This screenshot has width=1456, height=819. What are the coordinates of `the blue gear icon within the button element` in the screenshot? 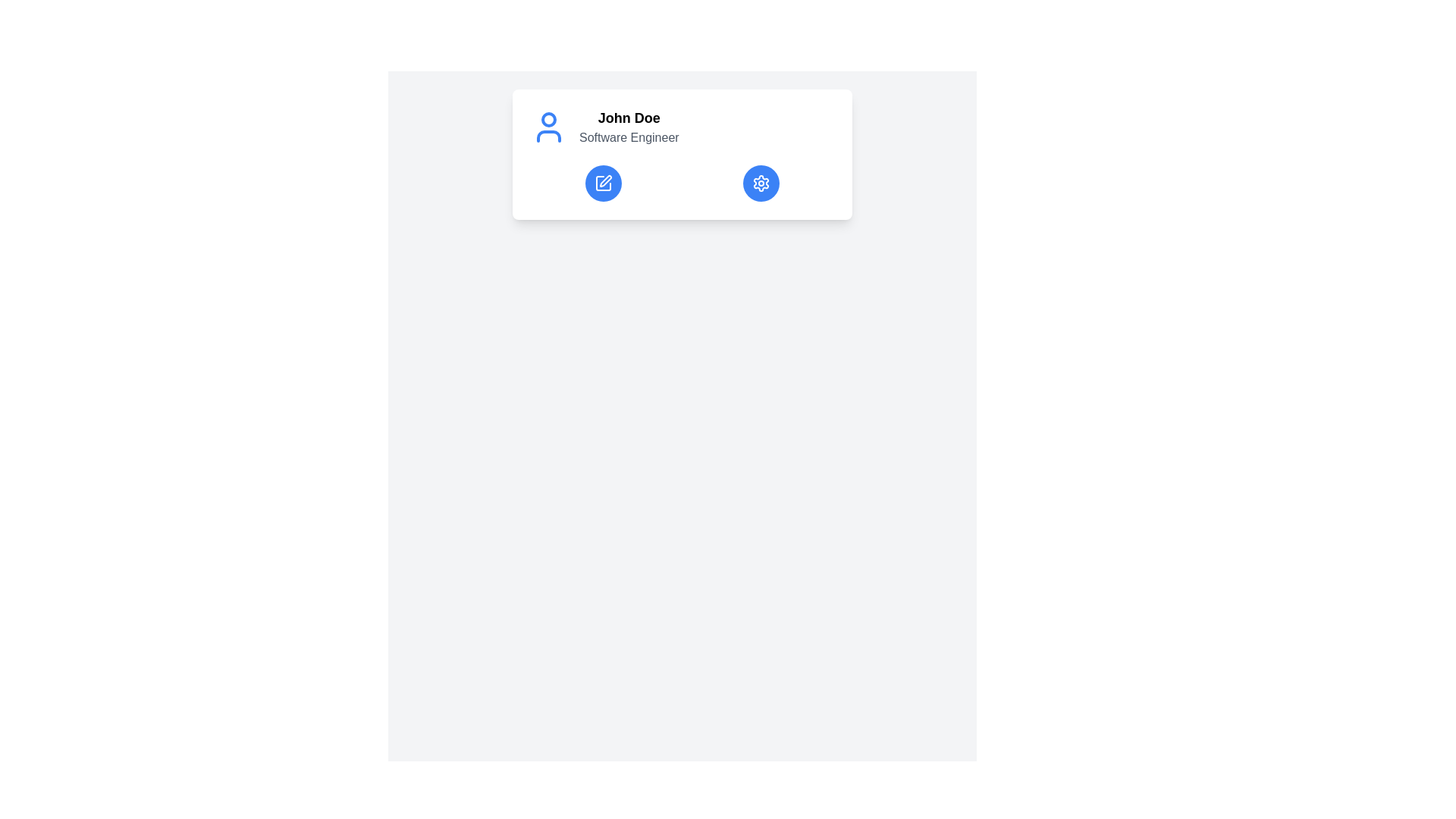 It's located at (761, 183).